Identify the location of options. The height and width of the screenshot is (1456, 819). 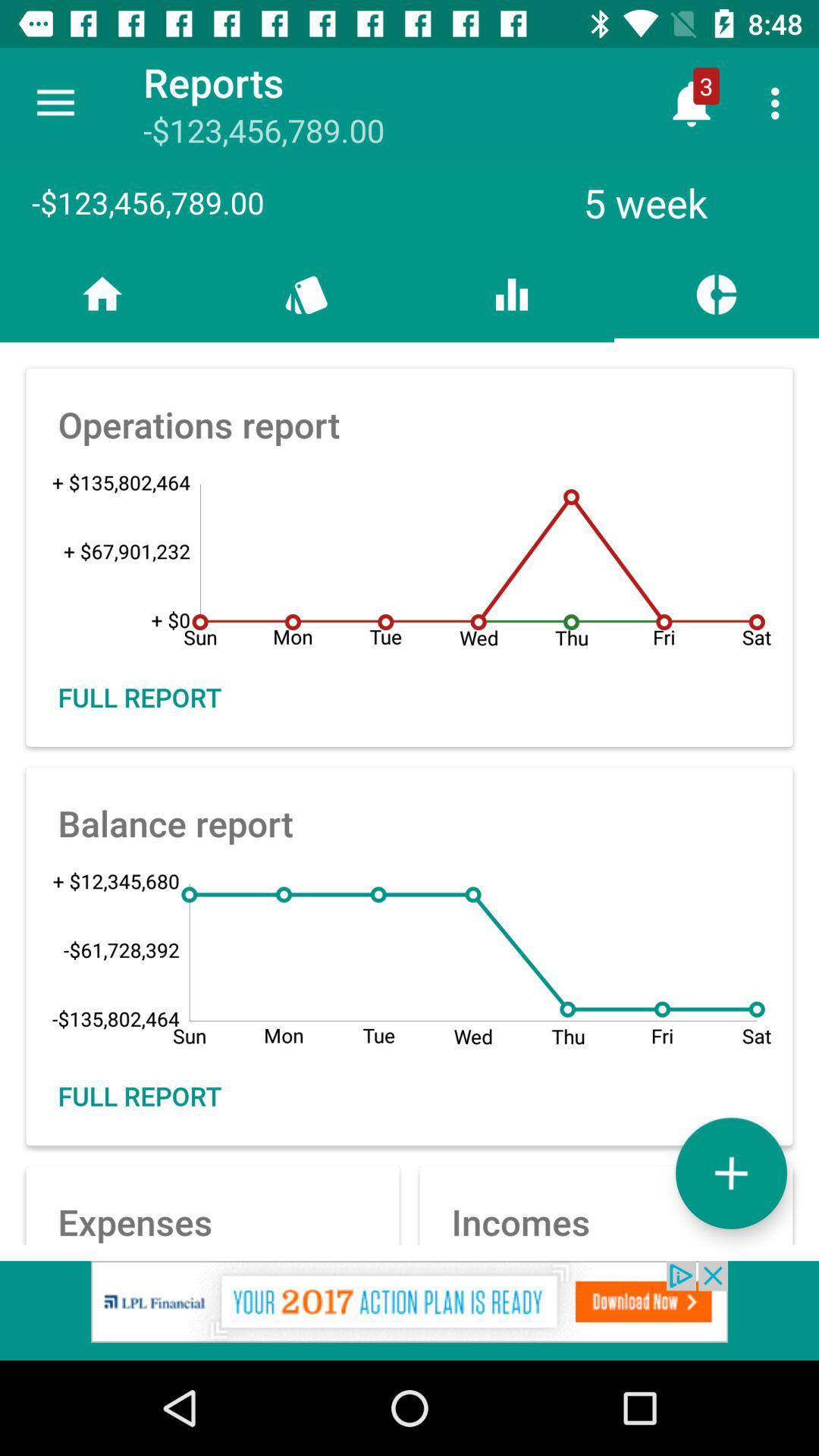
(730, 1172).